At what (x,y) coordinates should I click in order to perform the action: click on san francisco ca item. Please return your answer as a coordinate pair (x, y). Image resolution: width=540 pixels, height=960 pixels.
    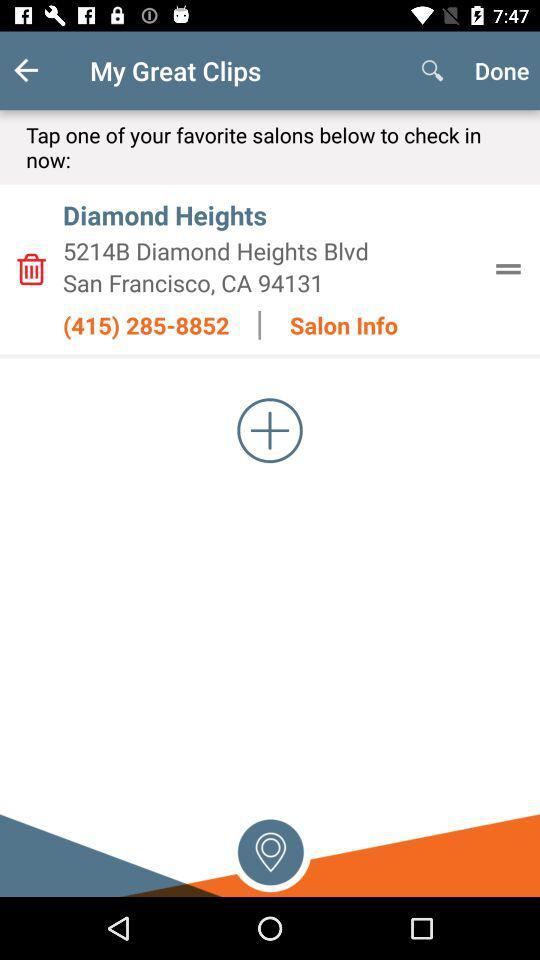
    Looking at the image, I should click on (270, 281).